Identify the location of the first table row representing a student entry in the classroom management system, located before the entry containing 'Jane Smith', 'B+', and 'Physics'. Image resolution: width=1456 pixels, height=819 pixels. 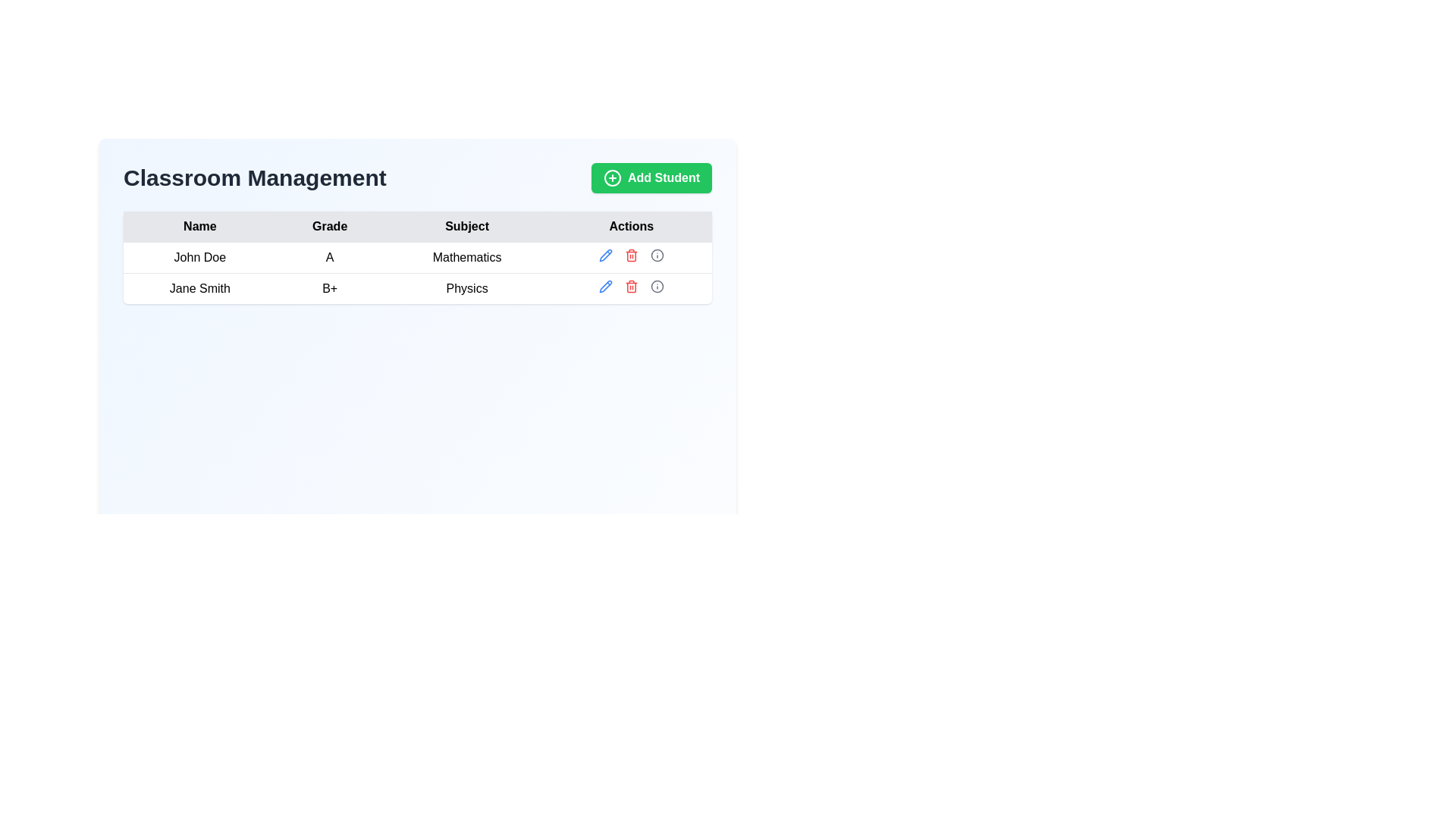
(418, 256).